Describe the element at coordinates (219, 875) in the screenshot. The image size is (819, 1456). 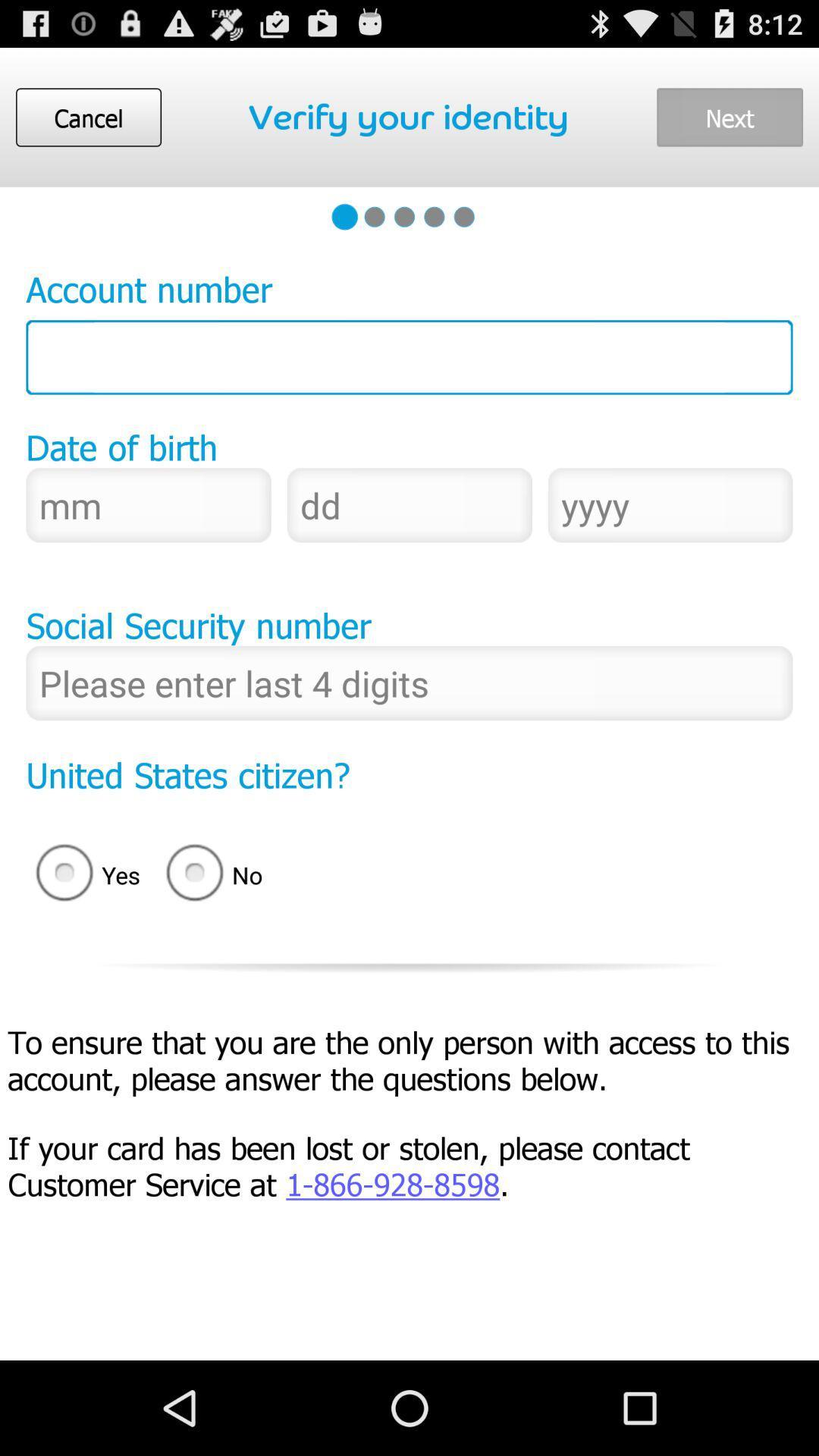
I see `radio button next to yes` at that location.